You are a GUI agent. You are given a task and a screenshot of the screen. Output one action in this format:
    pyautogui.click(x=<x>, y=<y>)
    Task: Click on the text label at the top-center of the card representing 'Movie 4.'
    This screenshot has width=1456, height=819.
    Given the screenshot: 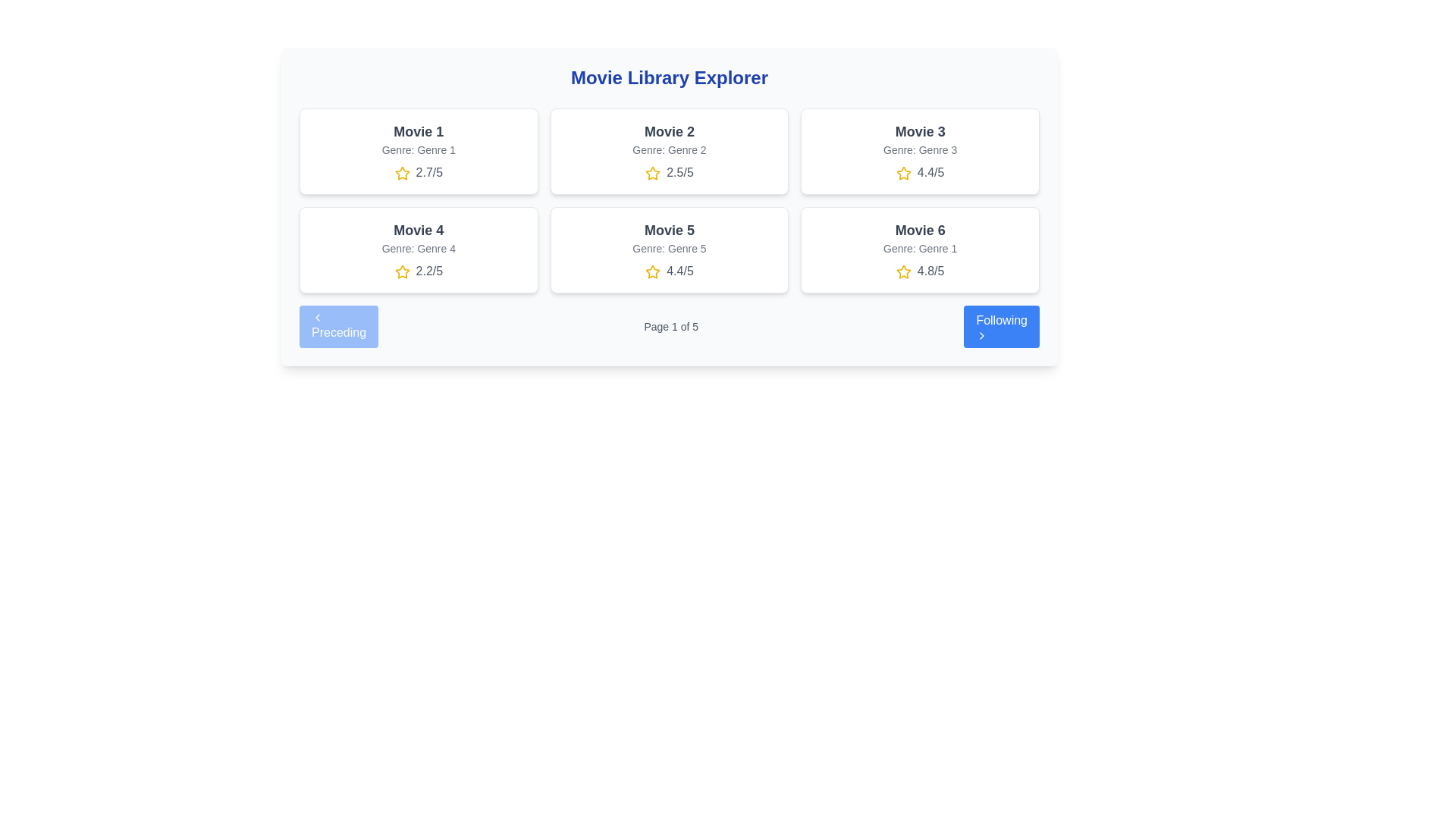 What is the action you would take?
    pyautogui.click(x=419, y=231)
    